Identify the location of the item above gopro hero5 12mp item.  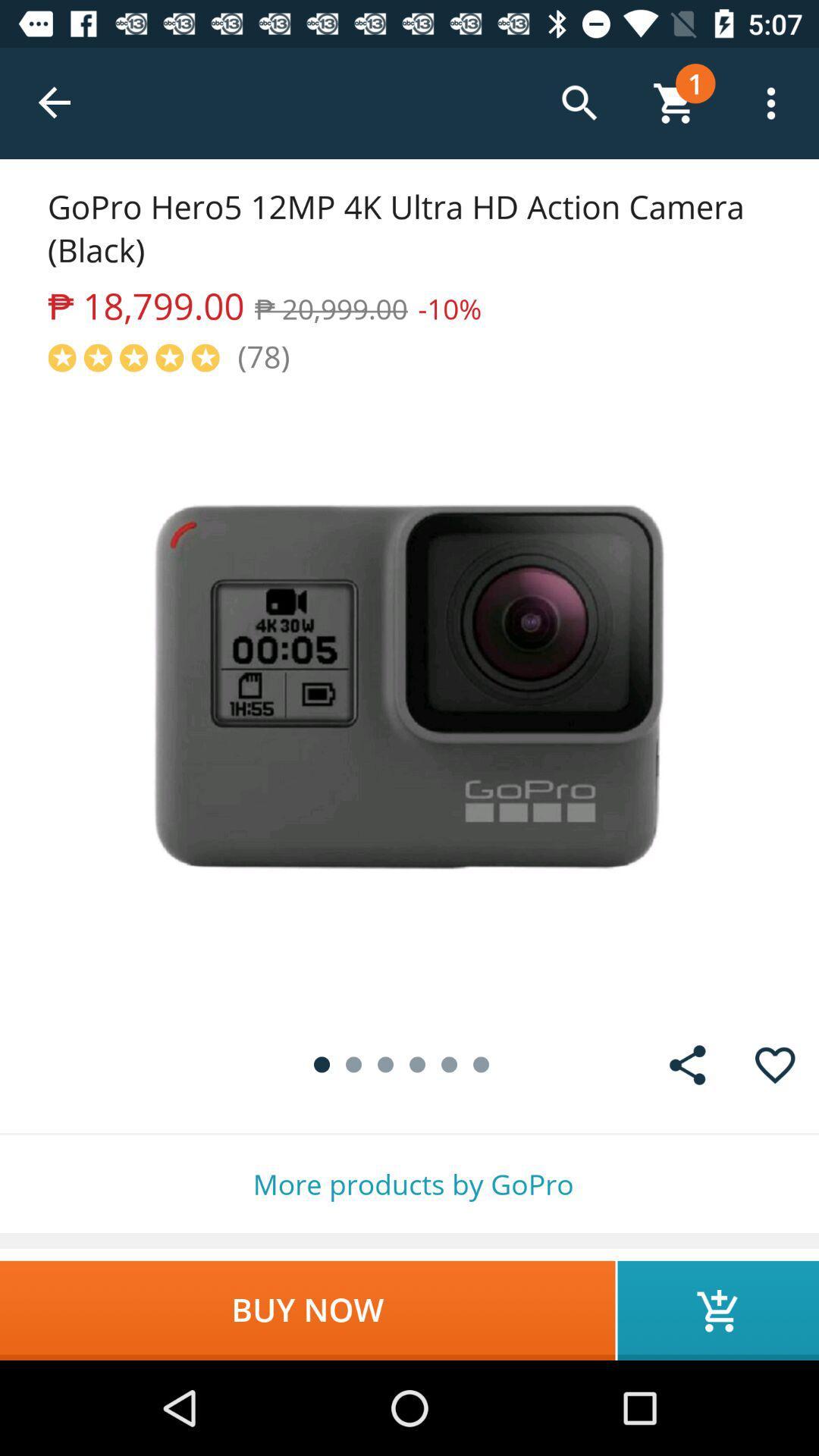
(55, 102).